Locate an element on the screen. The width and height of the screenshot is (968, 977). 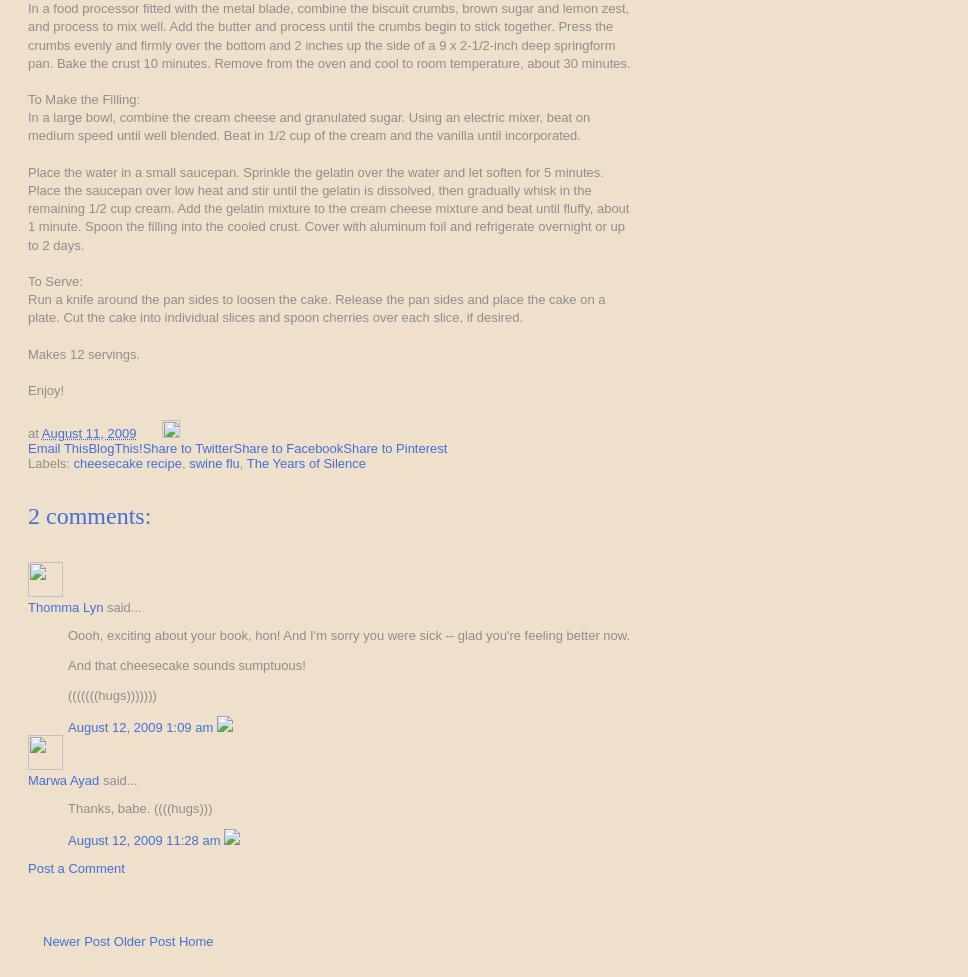
'Newer Post' is located at coordinates (75, 939).